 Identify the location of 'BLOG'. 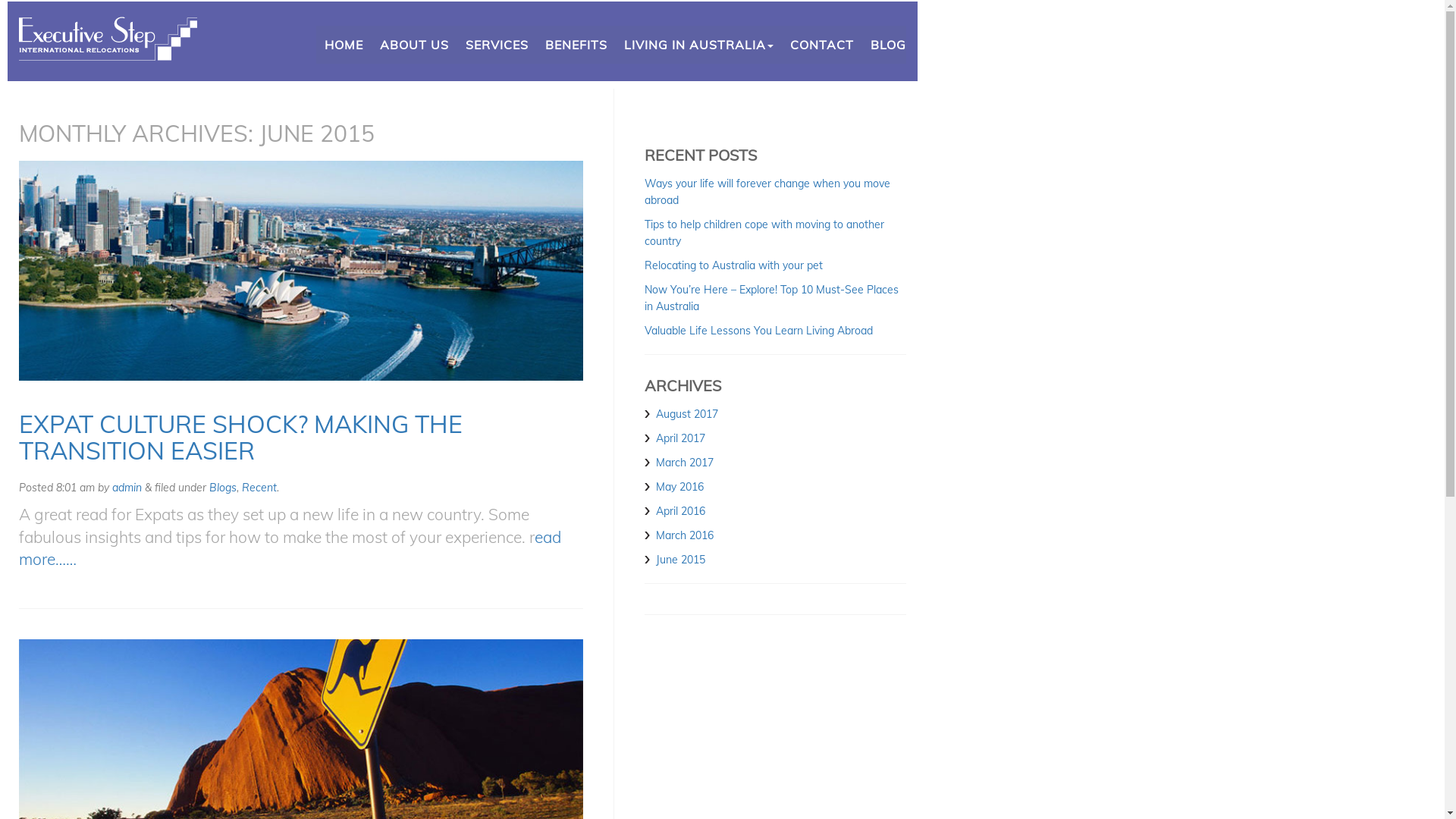
(884, 43).